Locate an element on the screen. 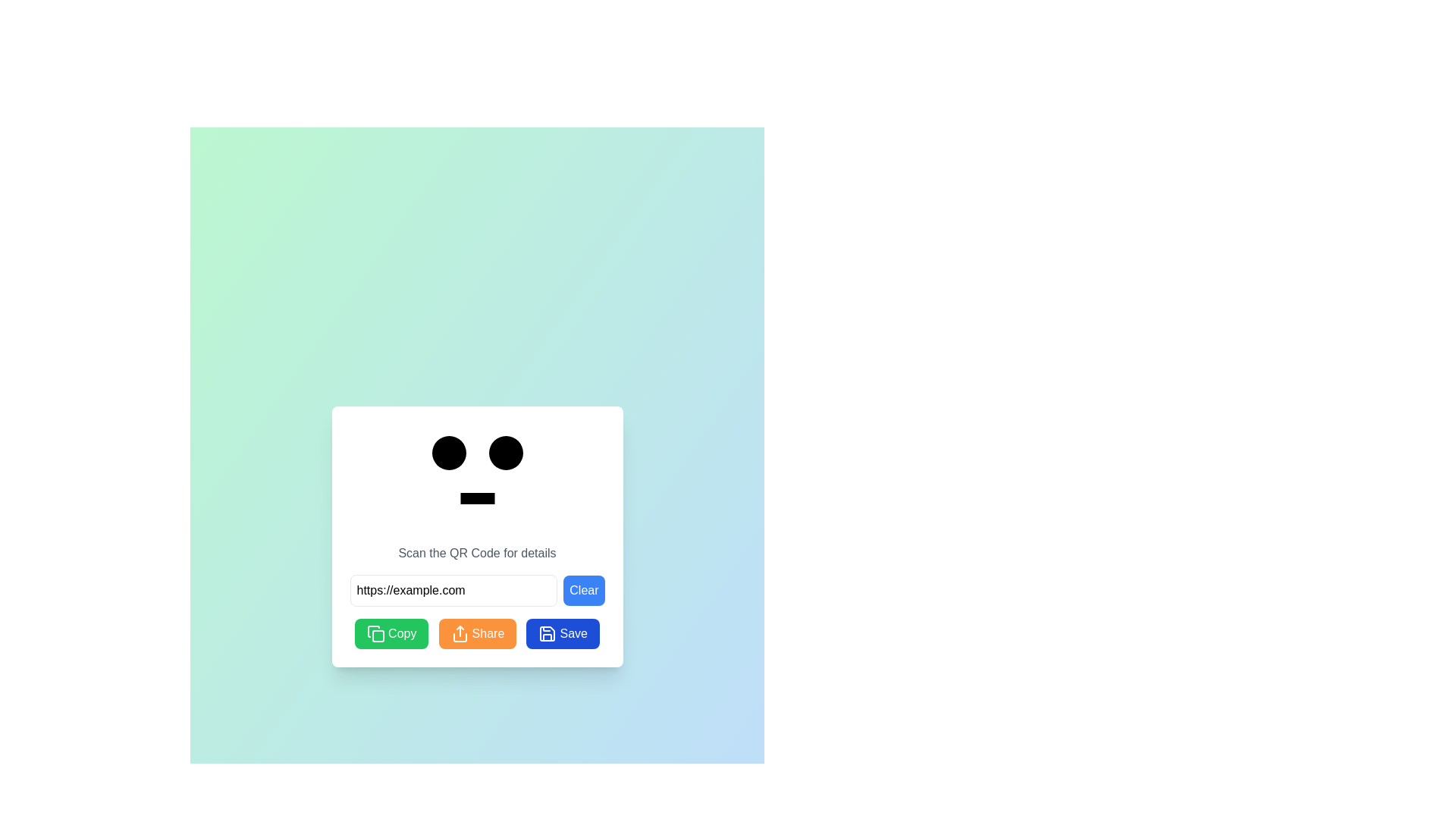  the static text label that reads 'Scan the QR Code for details', which is styled in gray and positioned beneath a QR code representation is located at coordinates (476, 553).